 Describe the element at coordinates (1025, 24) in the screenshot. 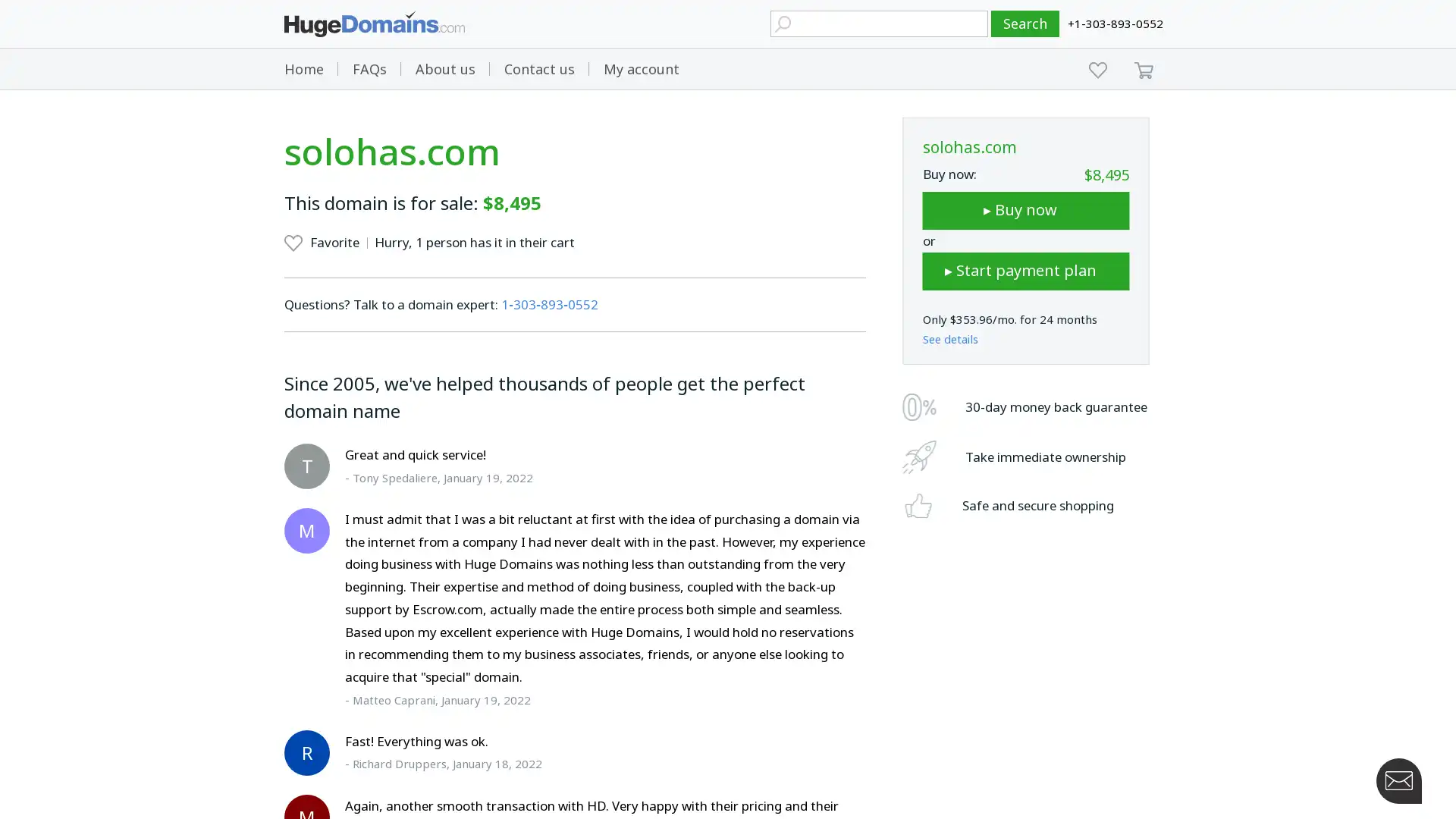

I see `Search` at that location.